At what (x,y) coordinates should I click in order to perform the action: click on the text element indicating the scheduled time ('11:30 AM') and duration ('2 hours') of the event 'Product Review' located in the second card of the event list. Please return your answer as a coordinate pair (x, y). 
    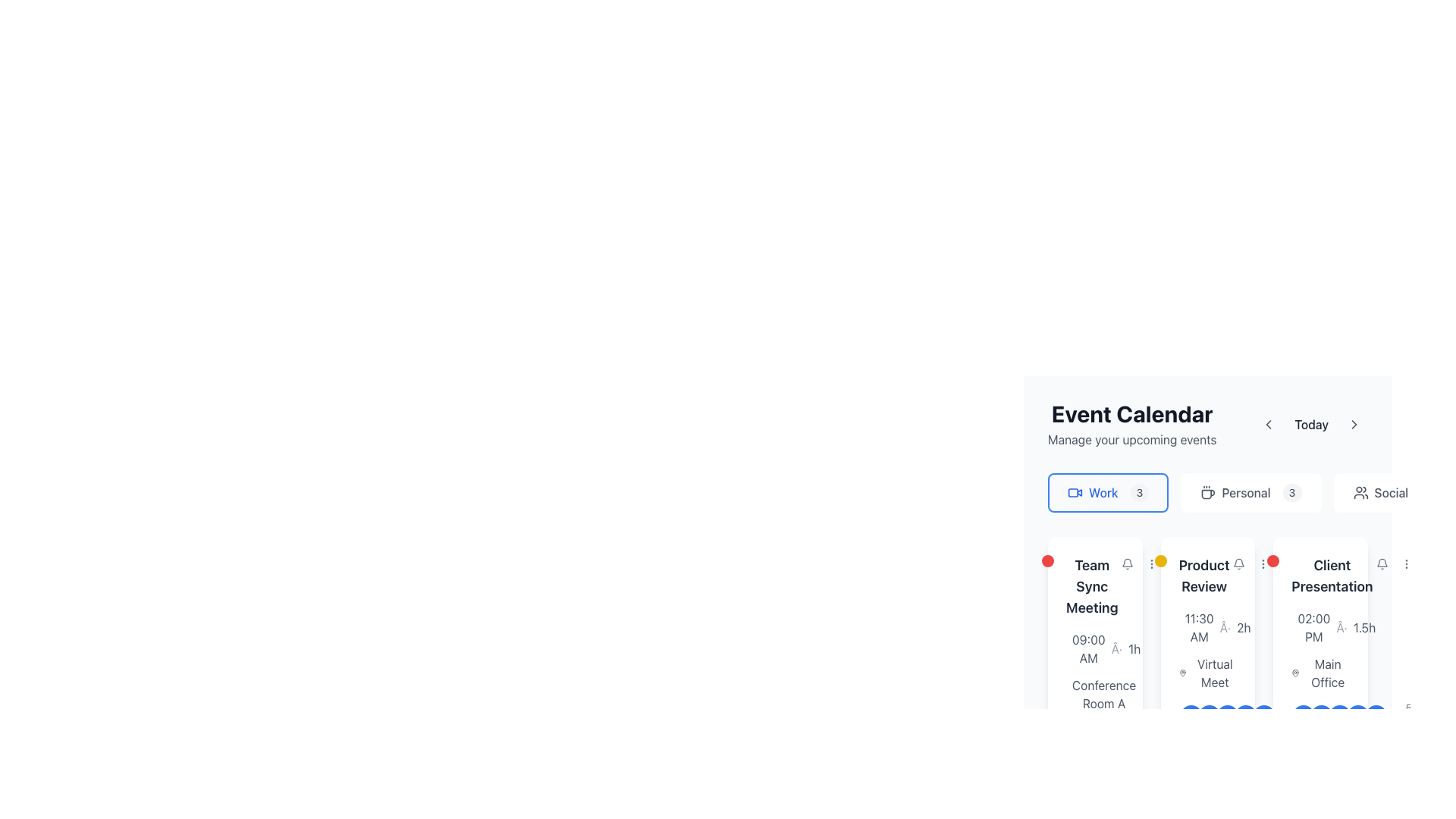
    Looking at the image, I should click on (1207, 628).